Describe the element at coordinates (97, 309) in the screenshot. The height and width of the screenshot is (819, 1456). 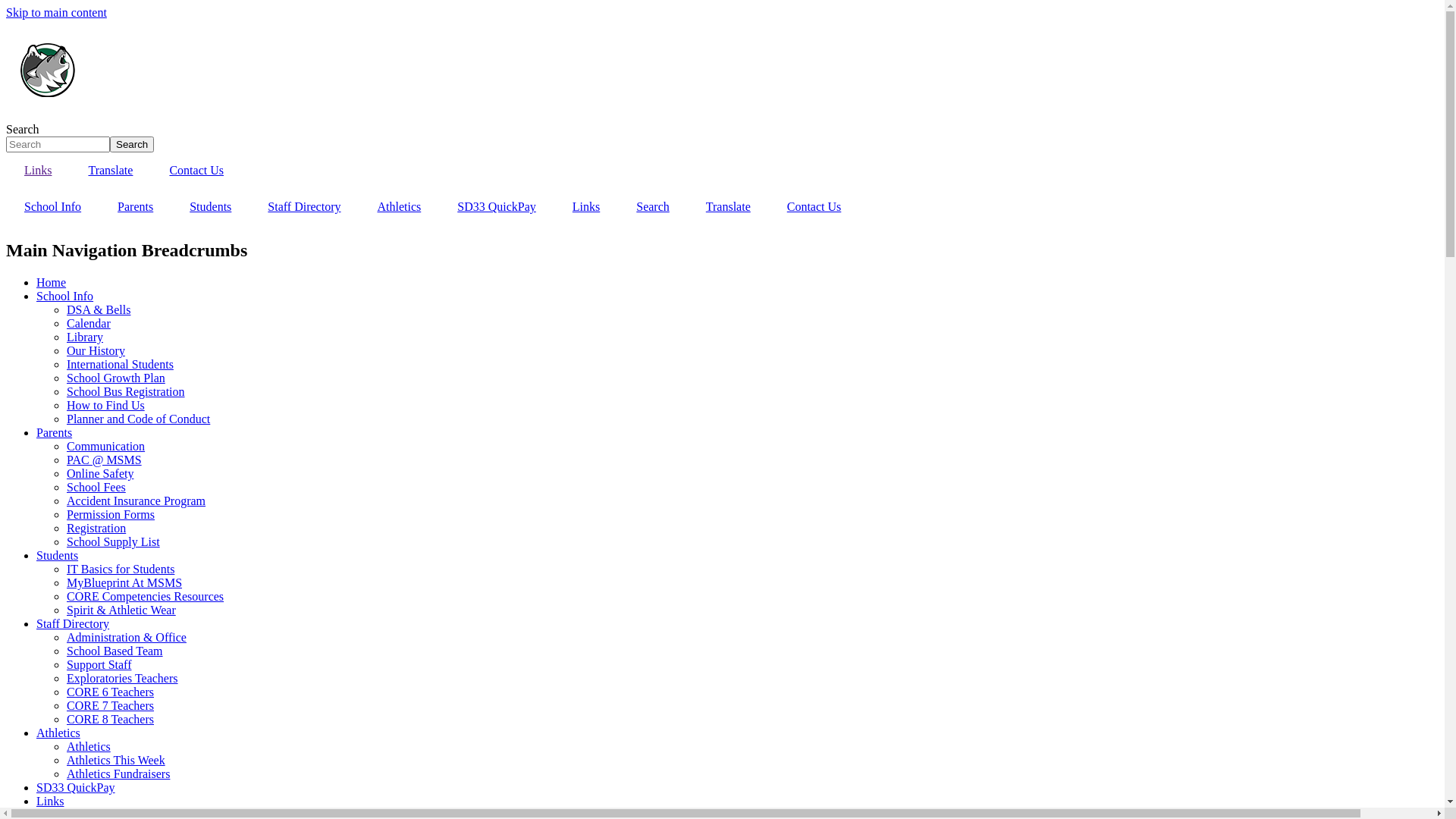
I see `'DSA & Bells'` at that location.